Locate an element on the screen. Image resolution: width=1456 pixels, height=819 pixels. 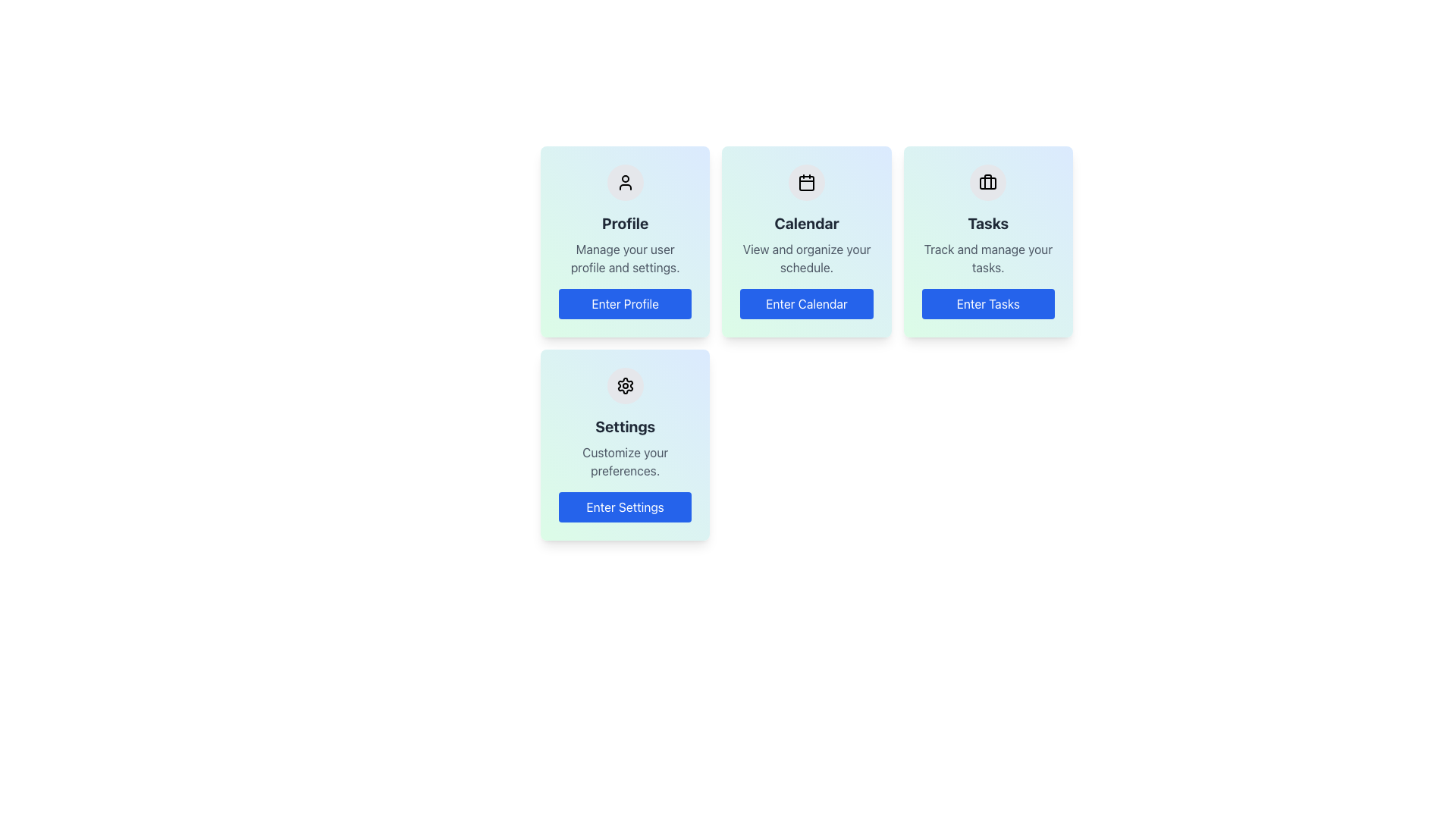
the 'Settings' text label, which is bold, large, and dark gray, located in the third card of the second row, above the subtitle 'Customize your preferences' and the 'Enter Settings' button is located at coordinates (625, 427).